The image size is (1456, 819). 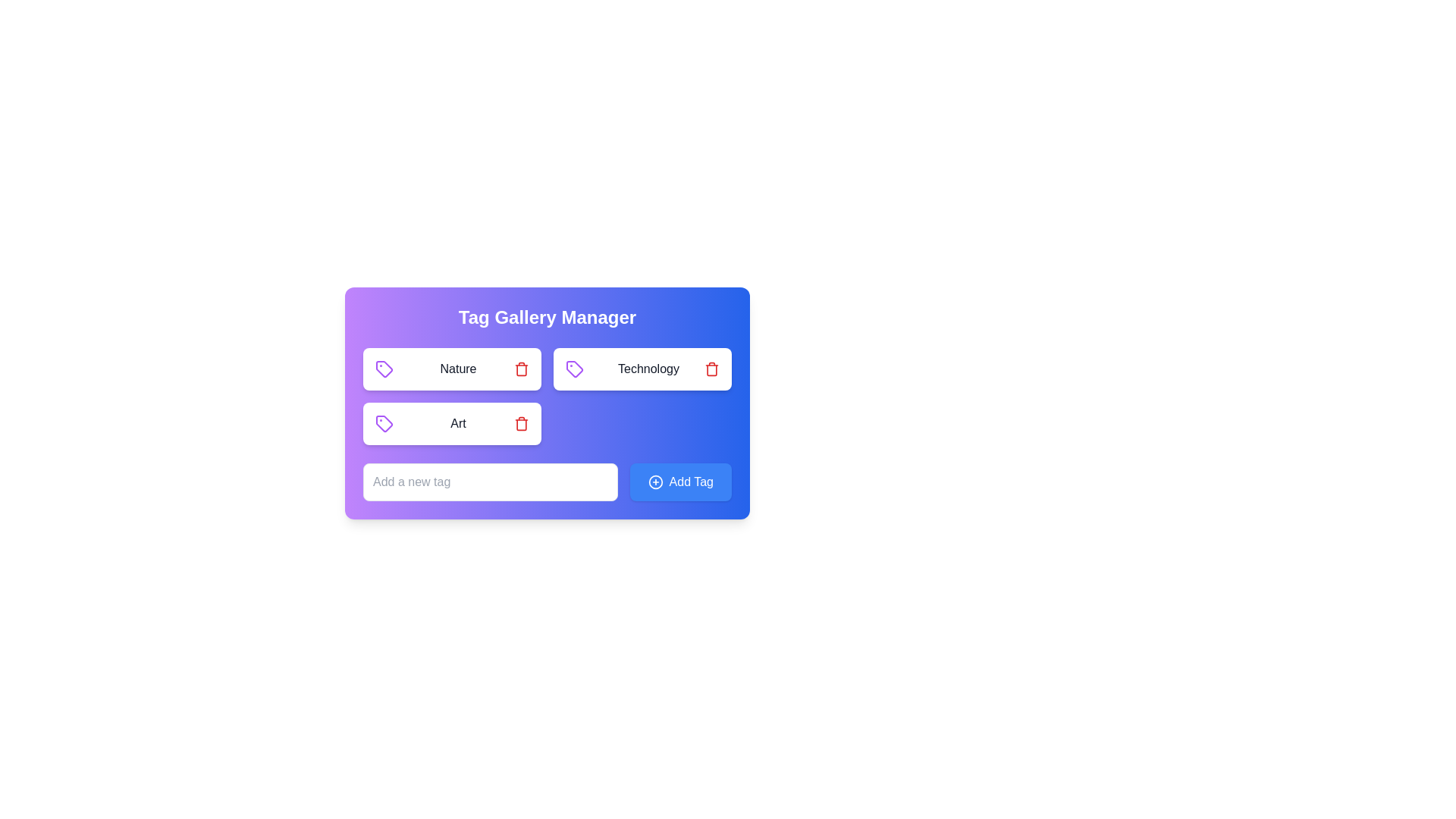 What do you see at coordinates (451, 424) in the screenshot?
I see `the label of the tag entry labeled 'Art' in the 'Tag Gallery Manager' section for reference` at bounding box center [451, 424].